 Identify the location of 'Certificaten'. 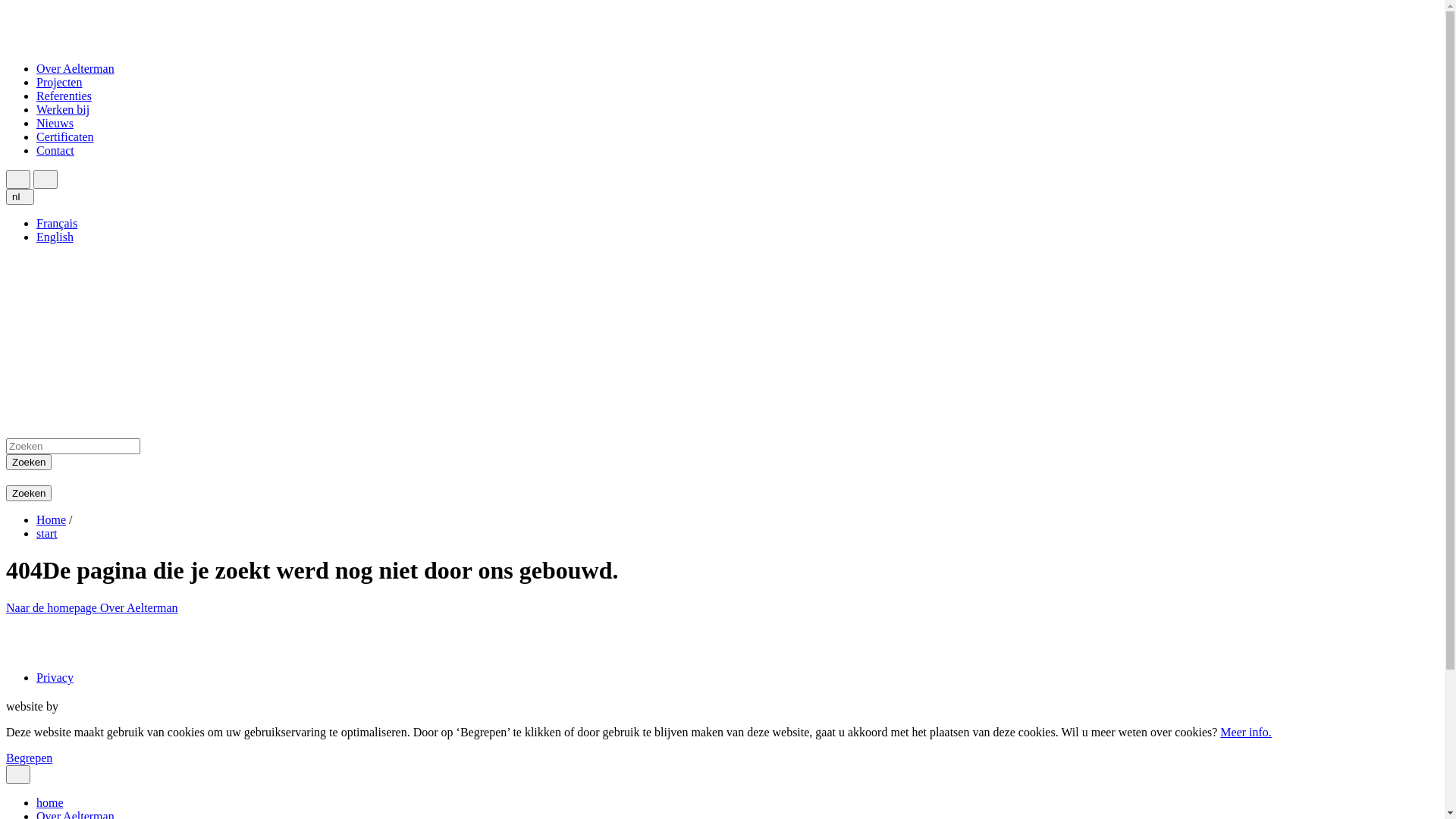
(64, 136).